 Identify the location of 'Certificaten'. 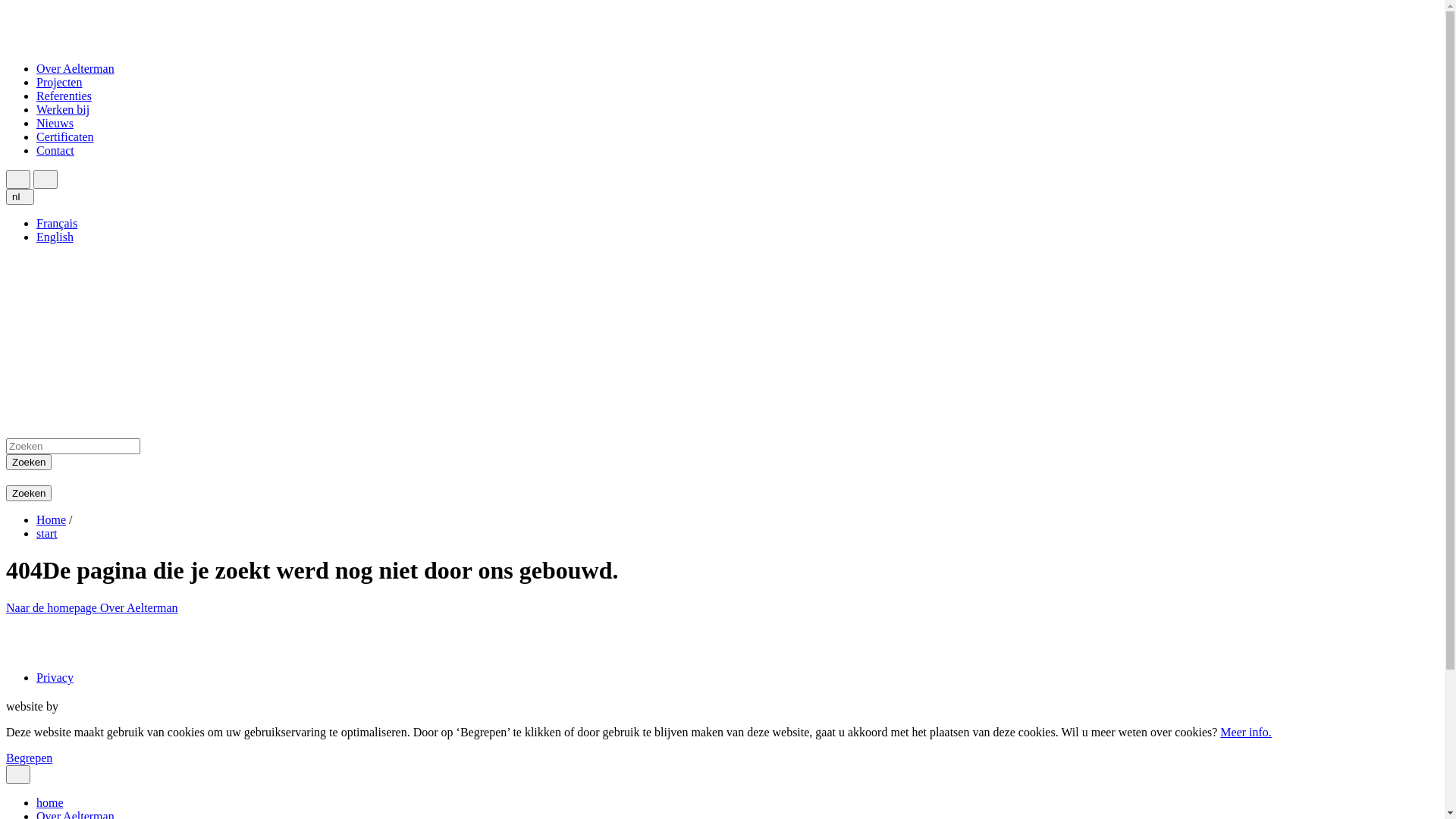
(64, 136).